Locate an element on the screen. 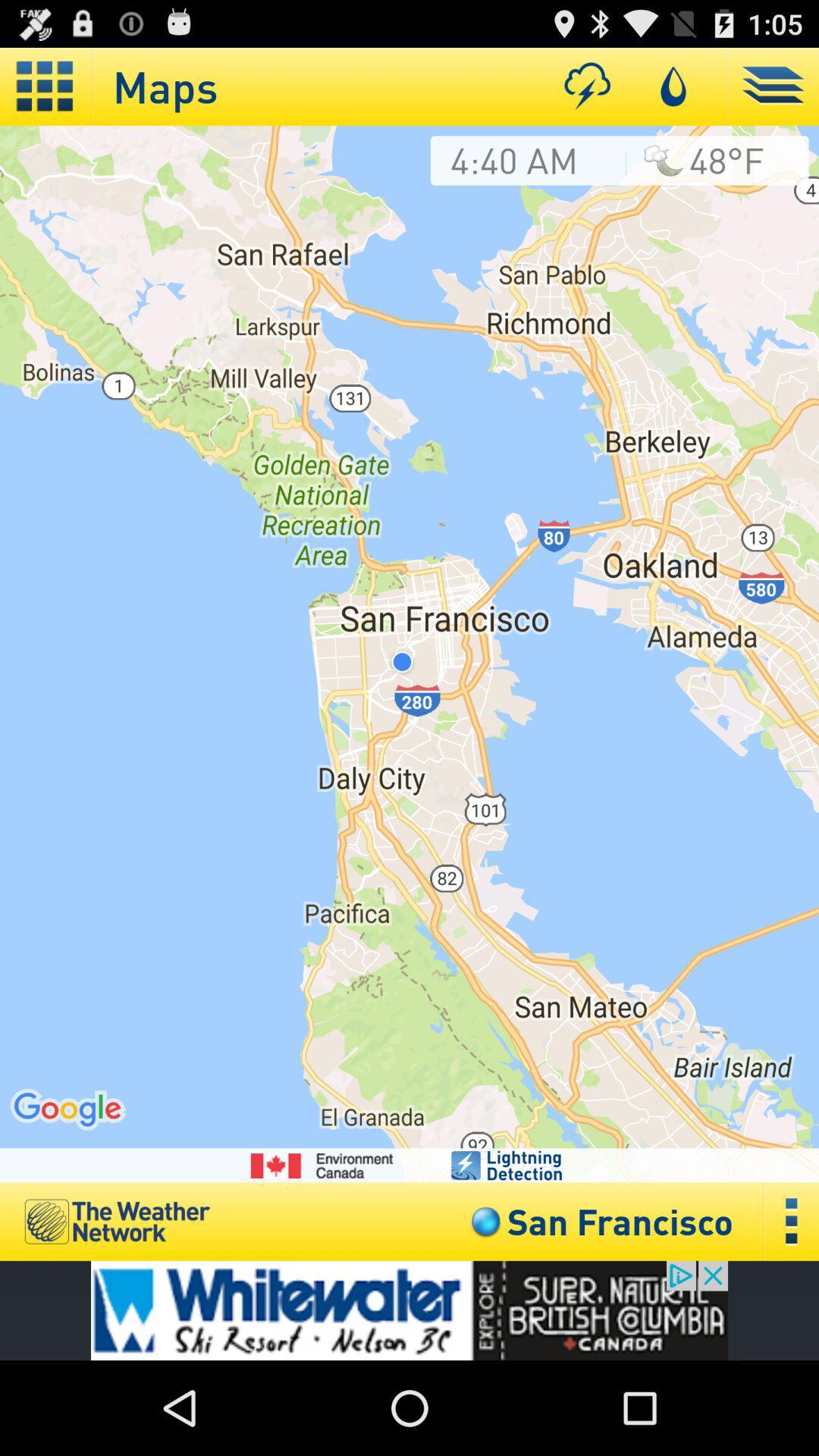 This screenshot has height=1456, width=819. advertisement is located at coordinates (409, 1310).